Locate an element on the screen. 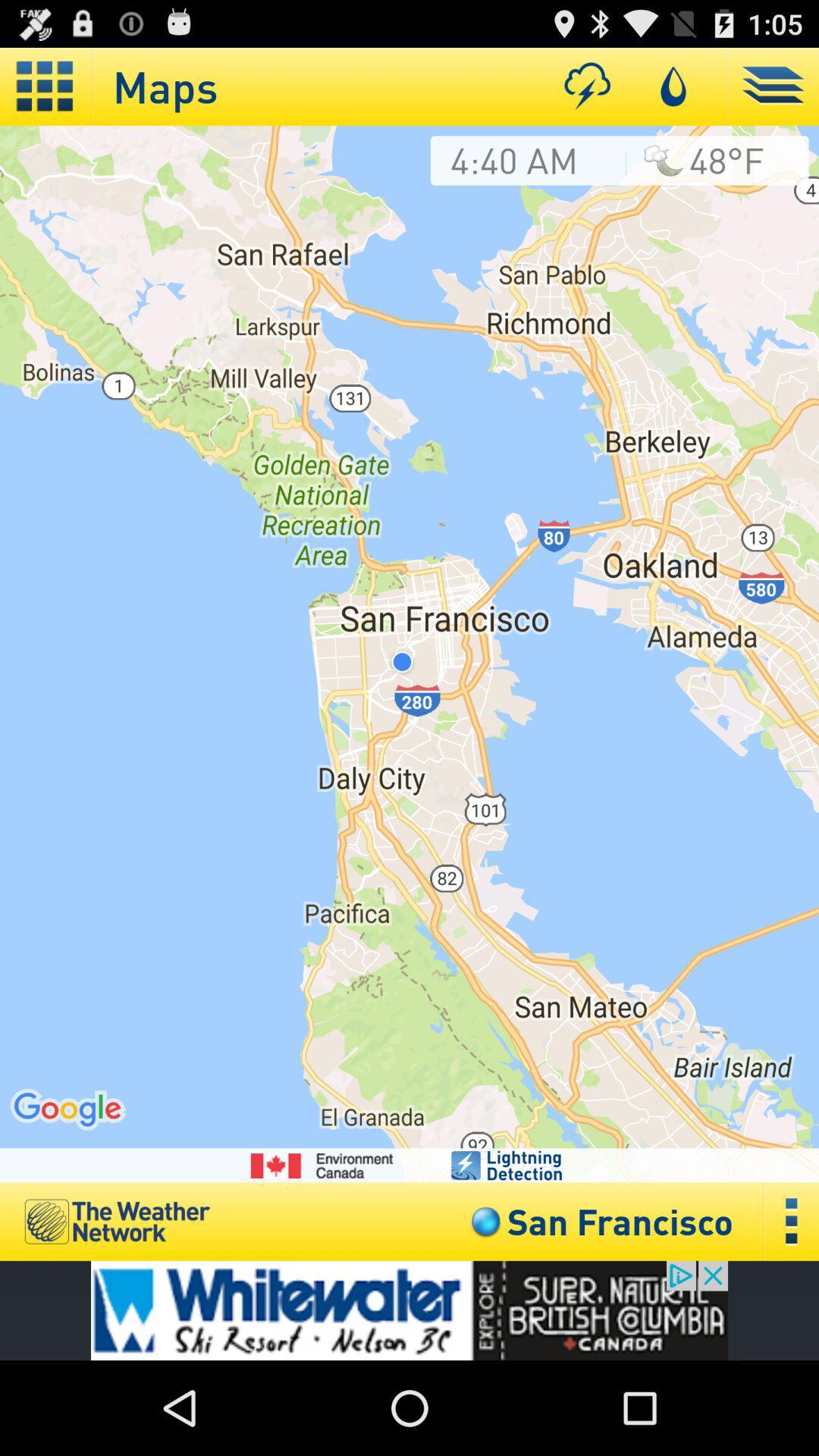 This screenshot has height=1456, width=819. advertisement is located at coordinates (409, 1310).